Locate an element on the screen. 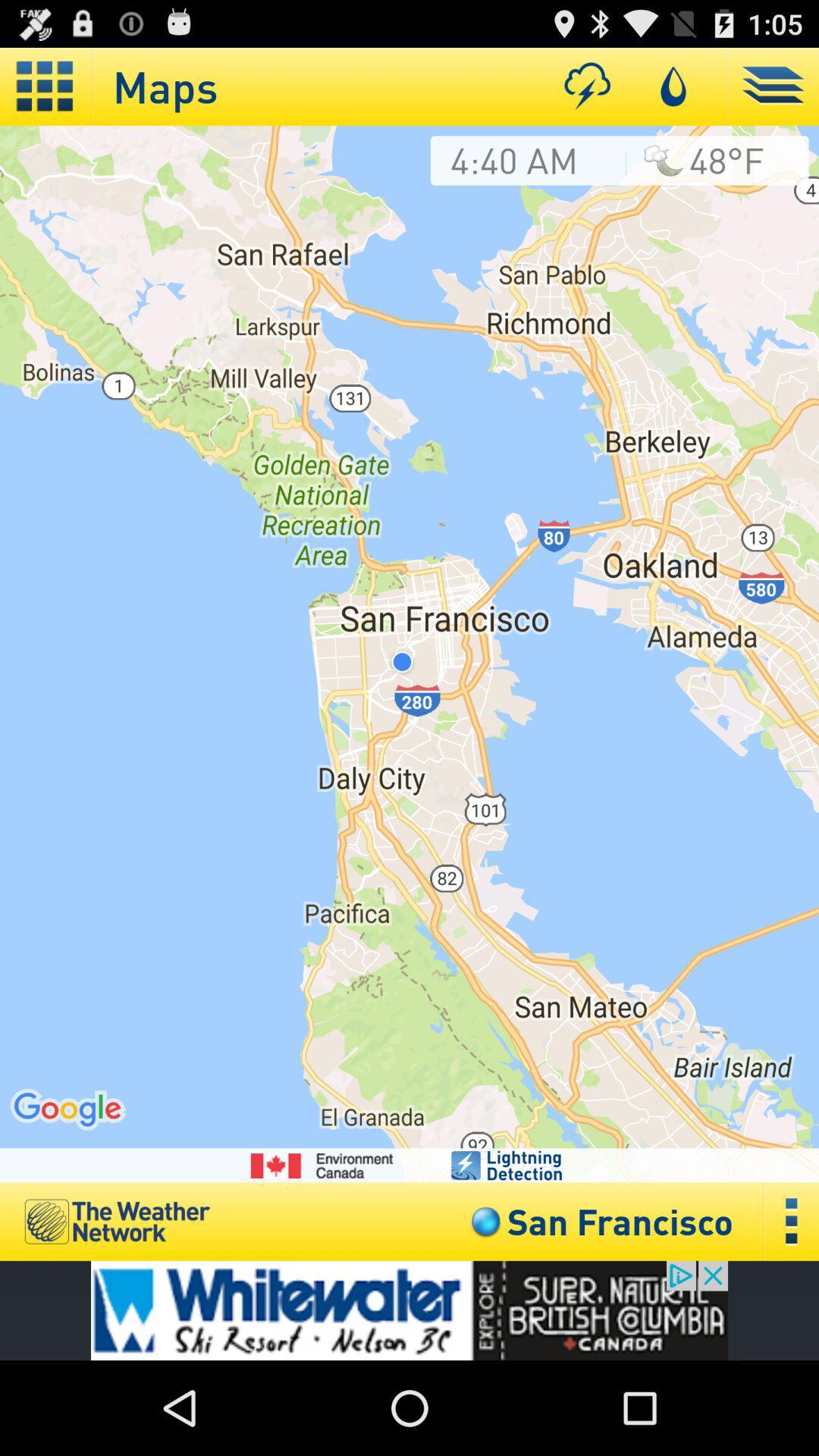 This screenshot has height=1456, width=819. advertisement is located at coordinates (409, 1310).